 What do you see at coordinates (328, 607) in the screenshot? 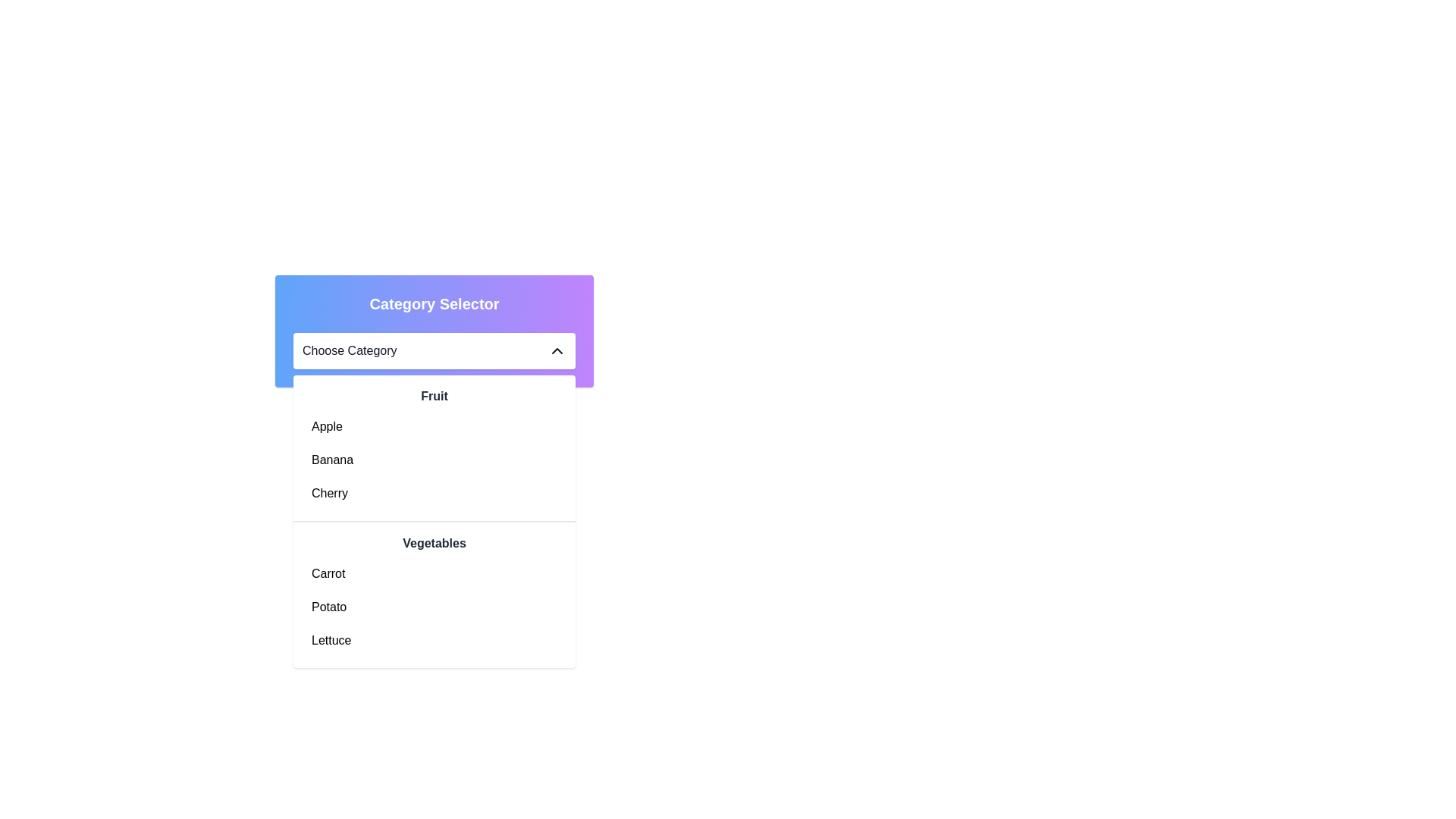
I see `the text label displaying 'Potato' in black text within the dropdown menu under the 'Vegetables' section` at bounding box center [328, 607].